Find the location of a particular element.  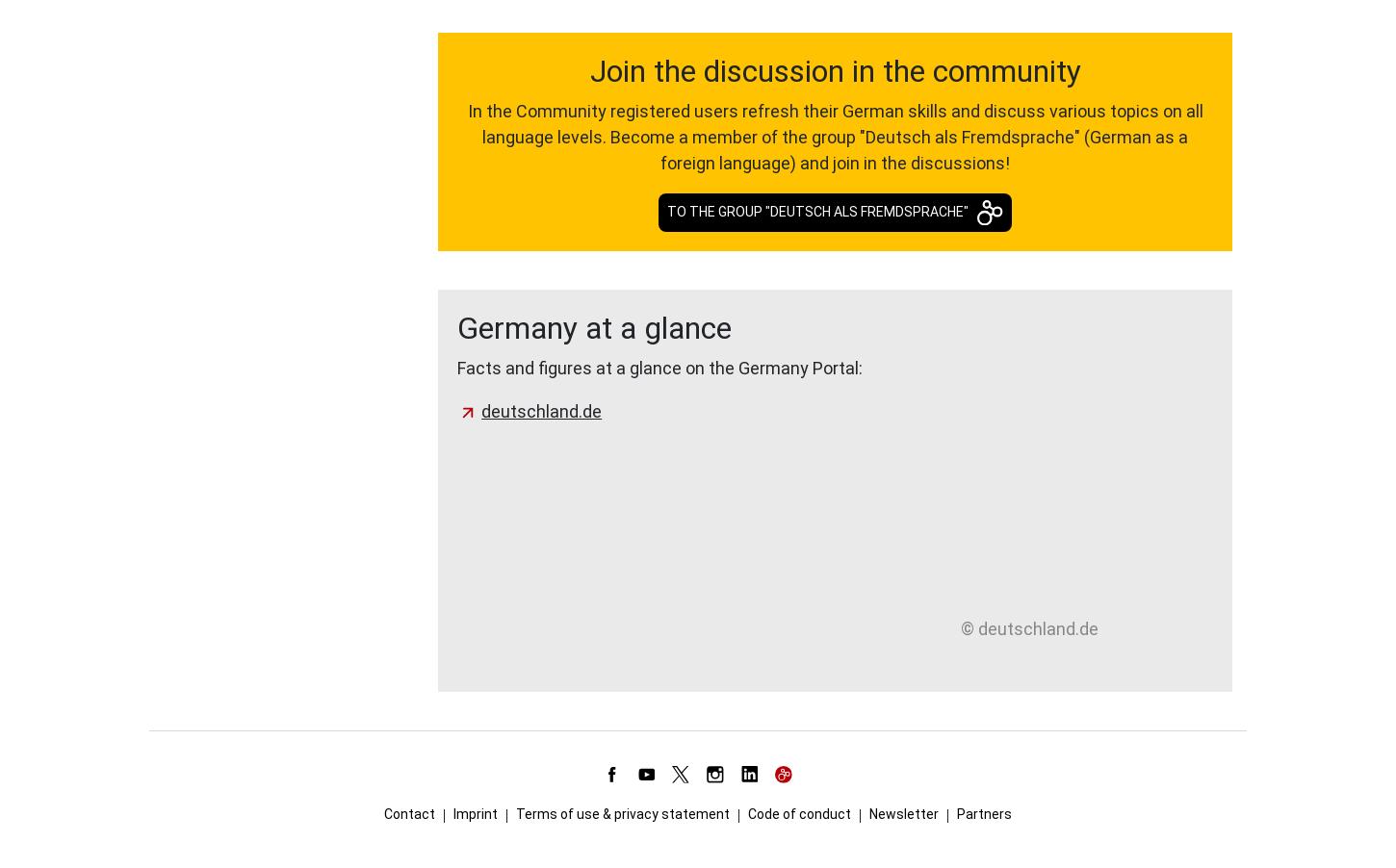

'Partners' is located at coordinates (984, 813).